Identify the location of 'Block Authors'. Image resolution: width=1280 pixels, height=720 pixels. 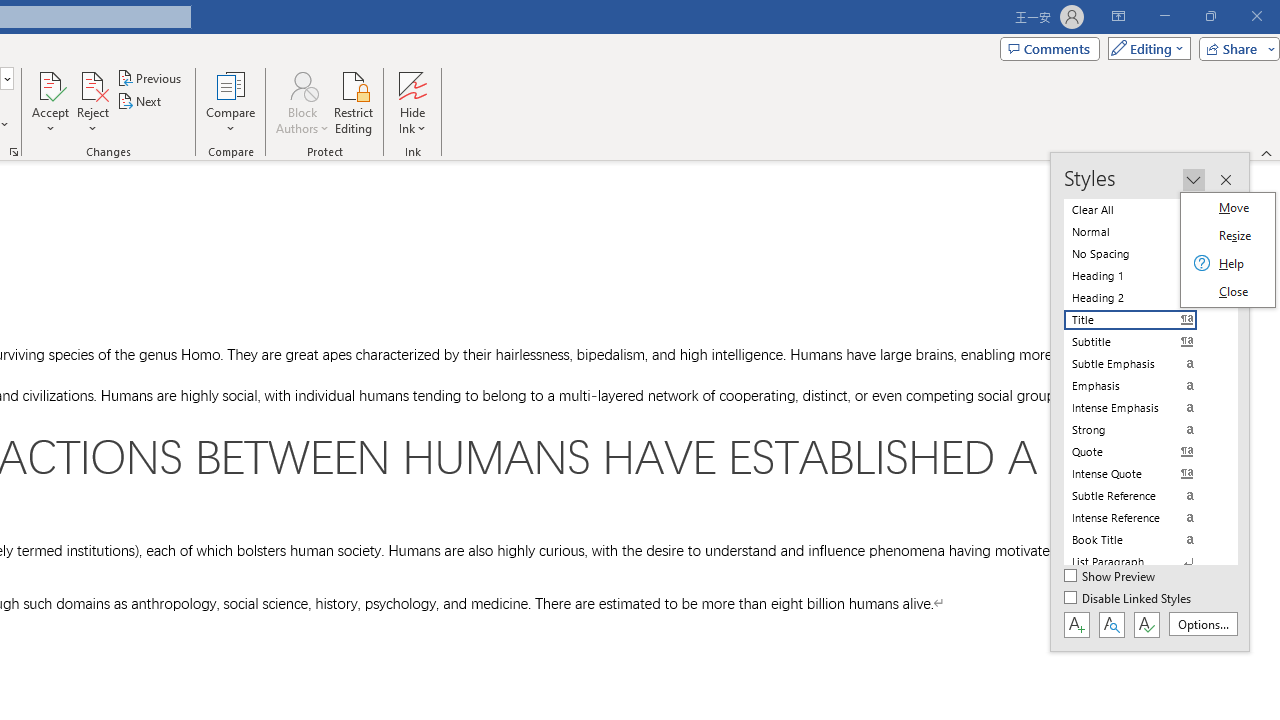
(301, 103).